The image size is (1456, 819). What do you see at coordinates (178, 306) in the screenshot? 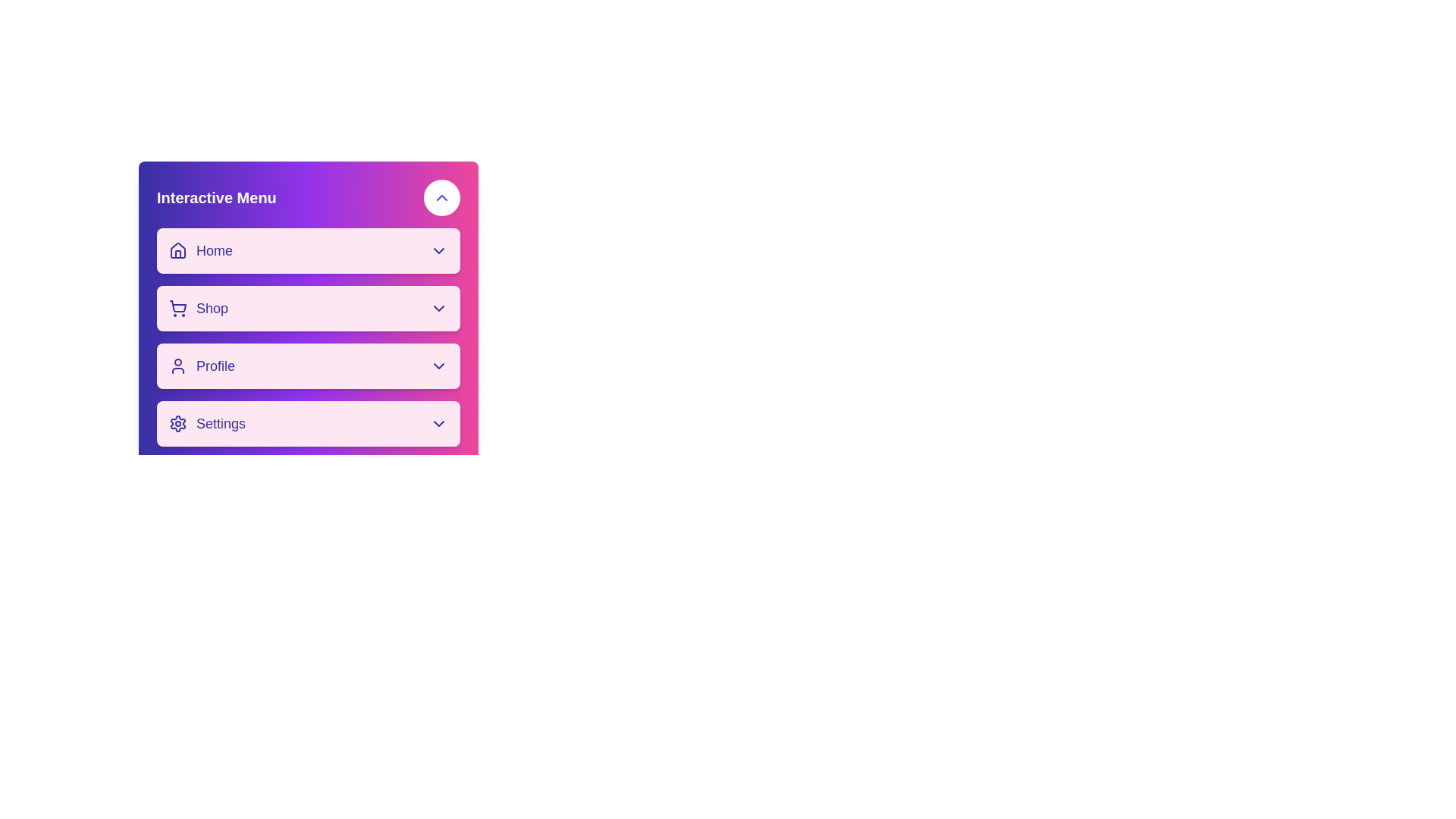
I see `the shopping icon associated with the 'Shop' button in the 'Interactive Menu'` at bounding box center [178, 306].